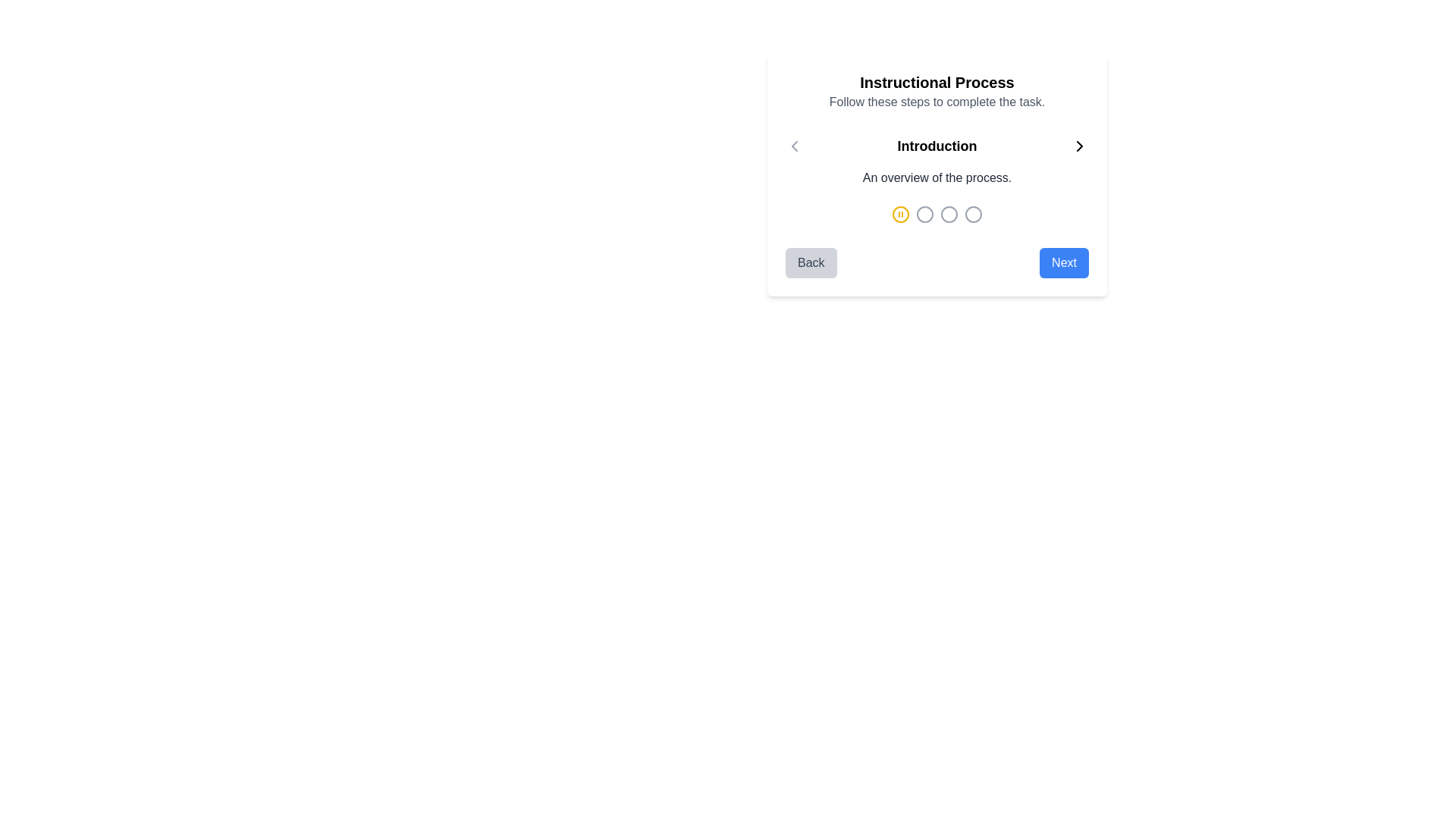  I want to click on the text element that reads 'Follow these steps to complete the task.' which is styled in gray and located directly below the header 'Instructional Process', so click(937, 102).